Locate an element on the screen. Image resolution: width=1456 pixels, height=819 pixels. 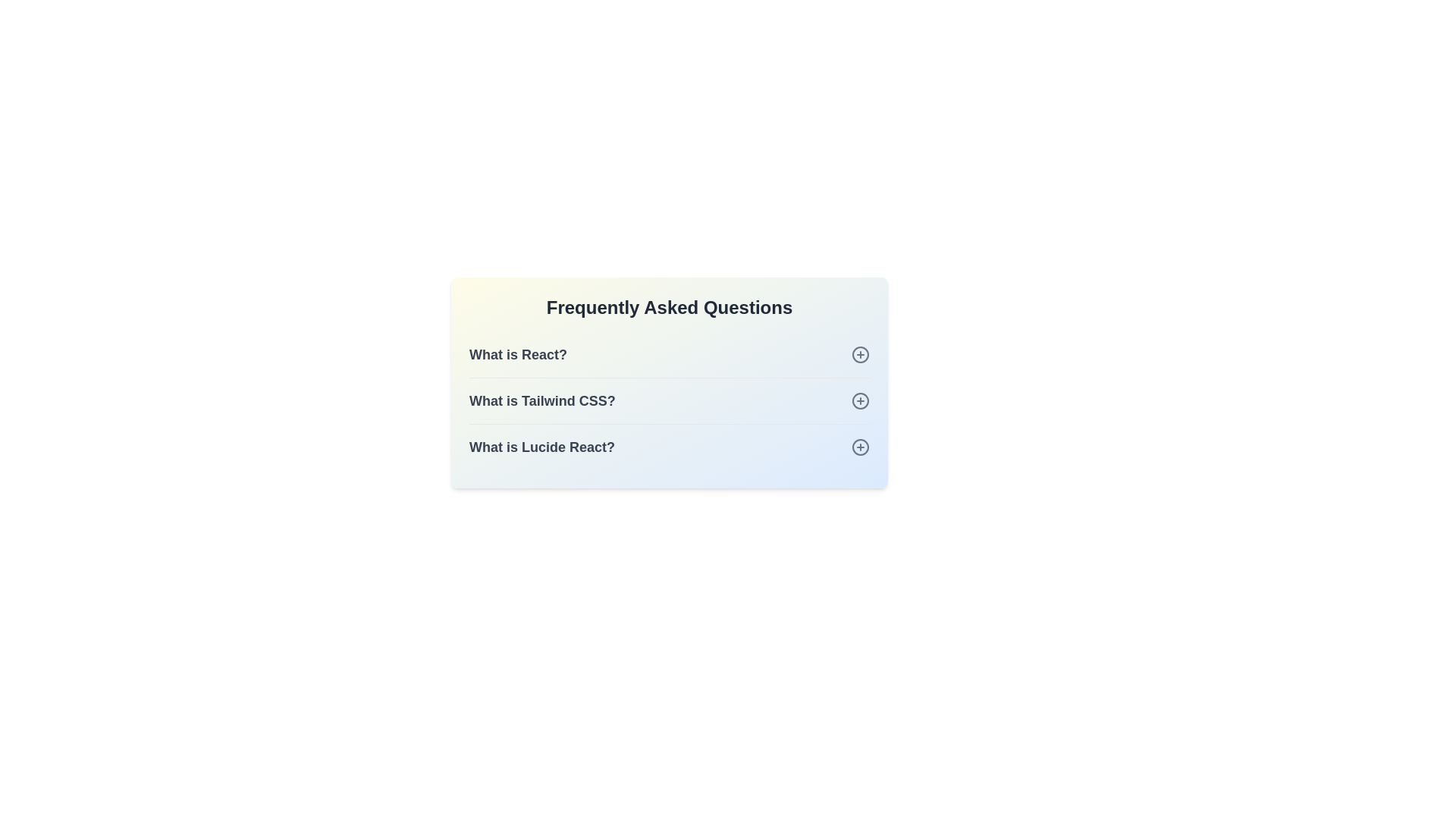
plus icon next to the question What is React? is located at coordinates (860, 354).